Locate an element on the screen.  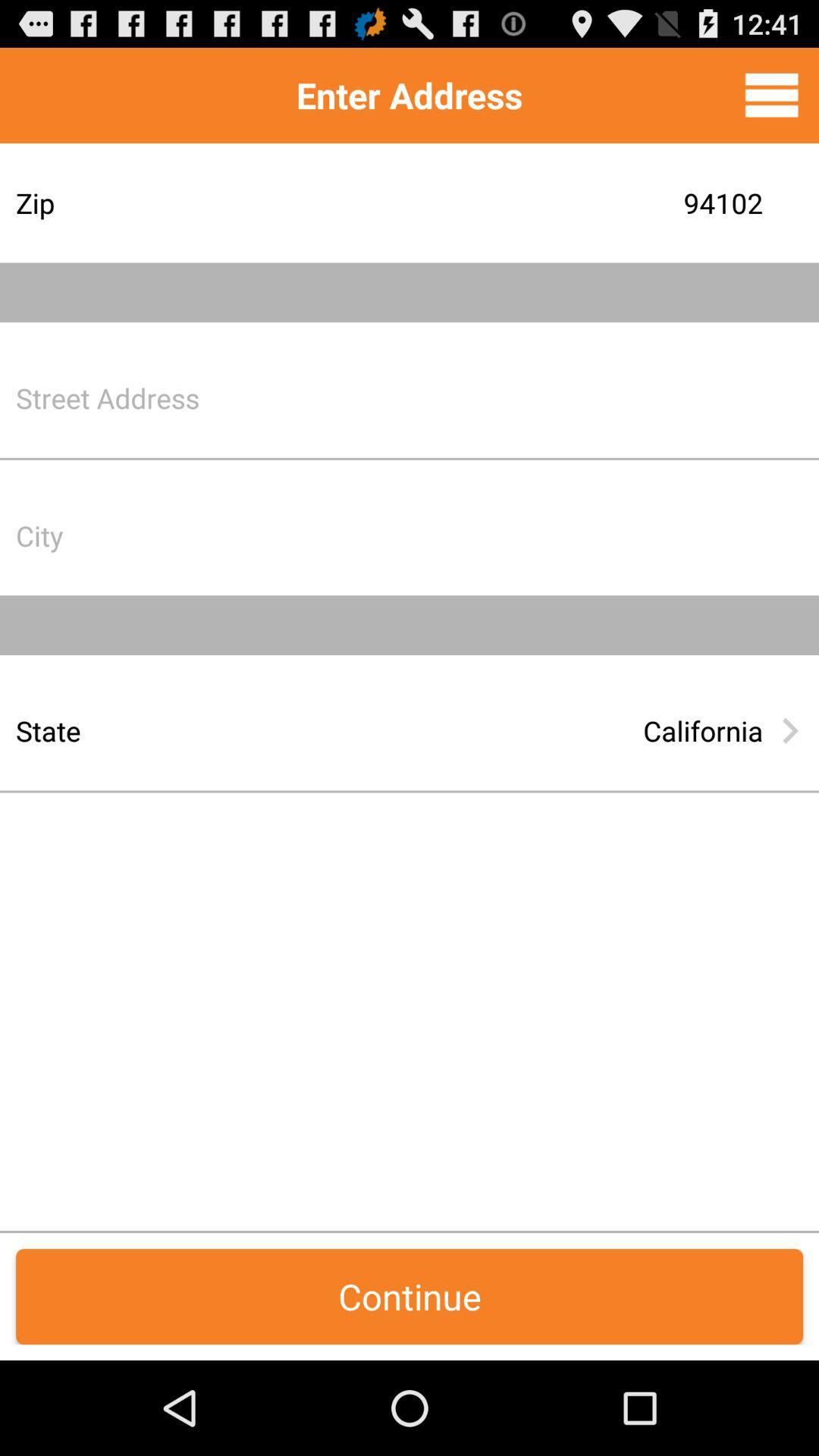
the menu icon is located at coordinates (771, 101).